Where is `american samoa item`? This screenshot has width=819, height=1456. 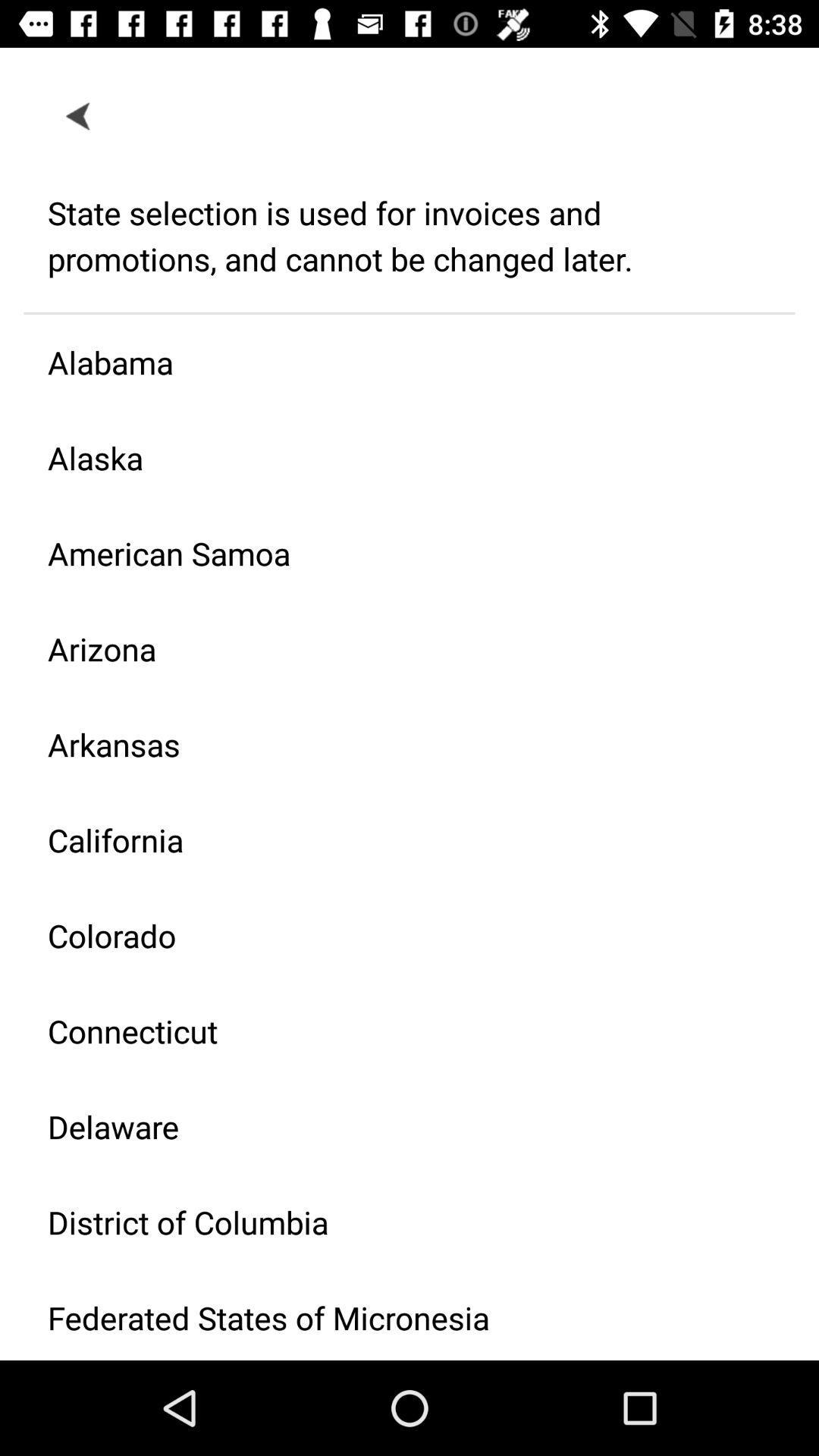
american samoa item is located at coordinates (397, 552).